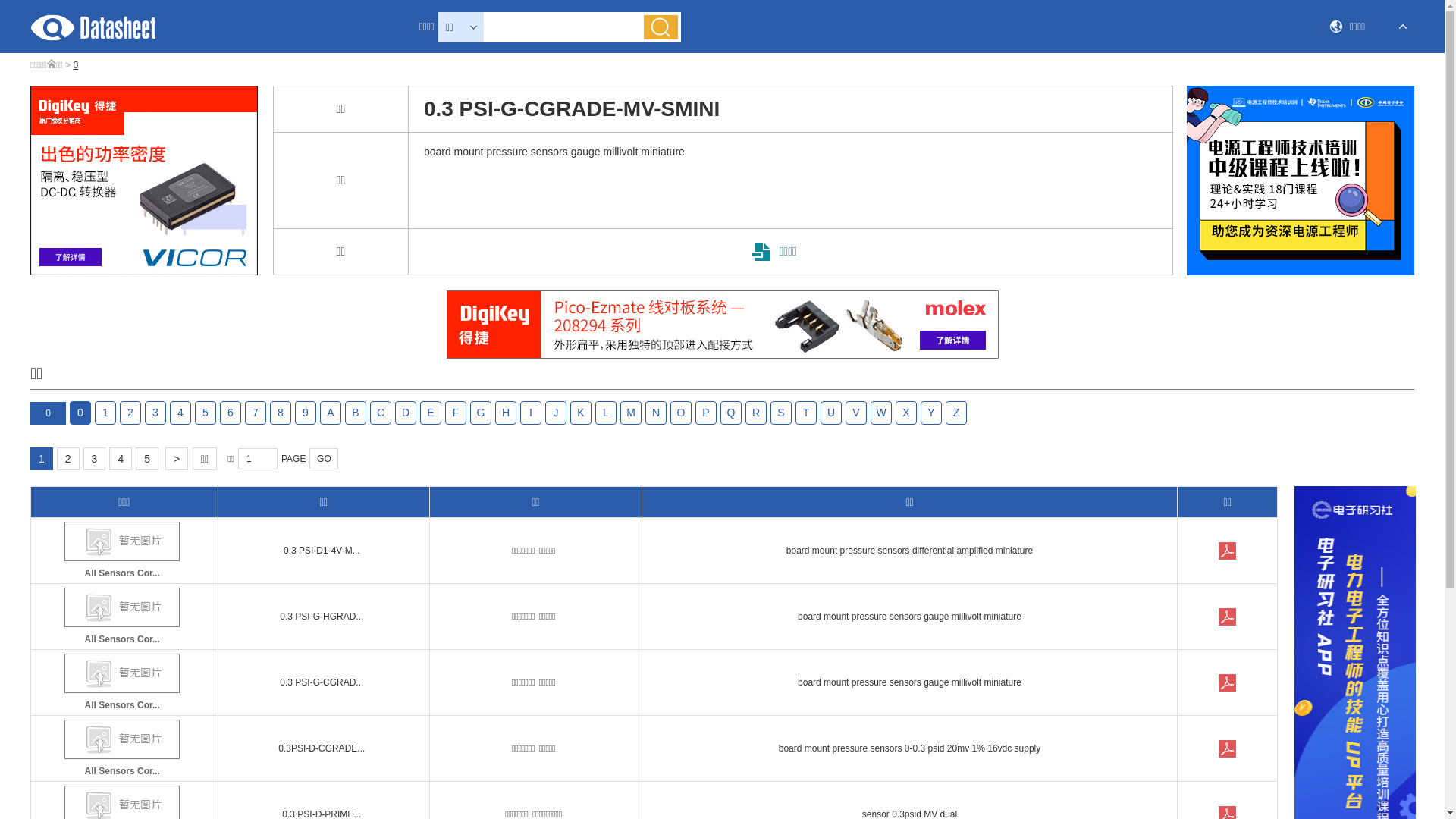 This screenshot has width=1456, height=819. I want to click on 'N', so click(655, 413).